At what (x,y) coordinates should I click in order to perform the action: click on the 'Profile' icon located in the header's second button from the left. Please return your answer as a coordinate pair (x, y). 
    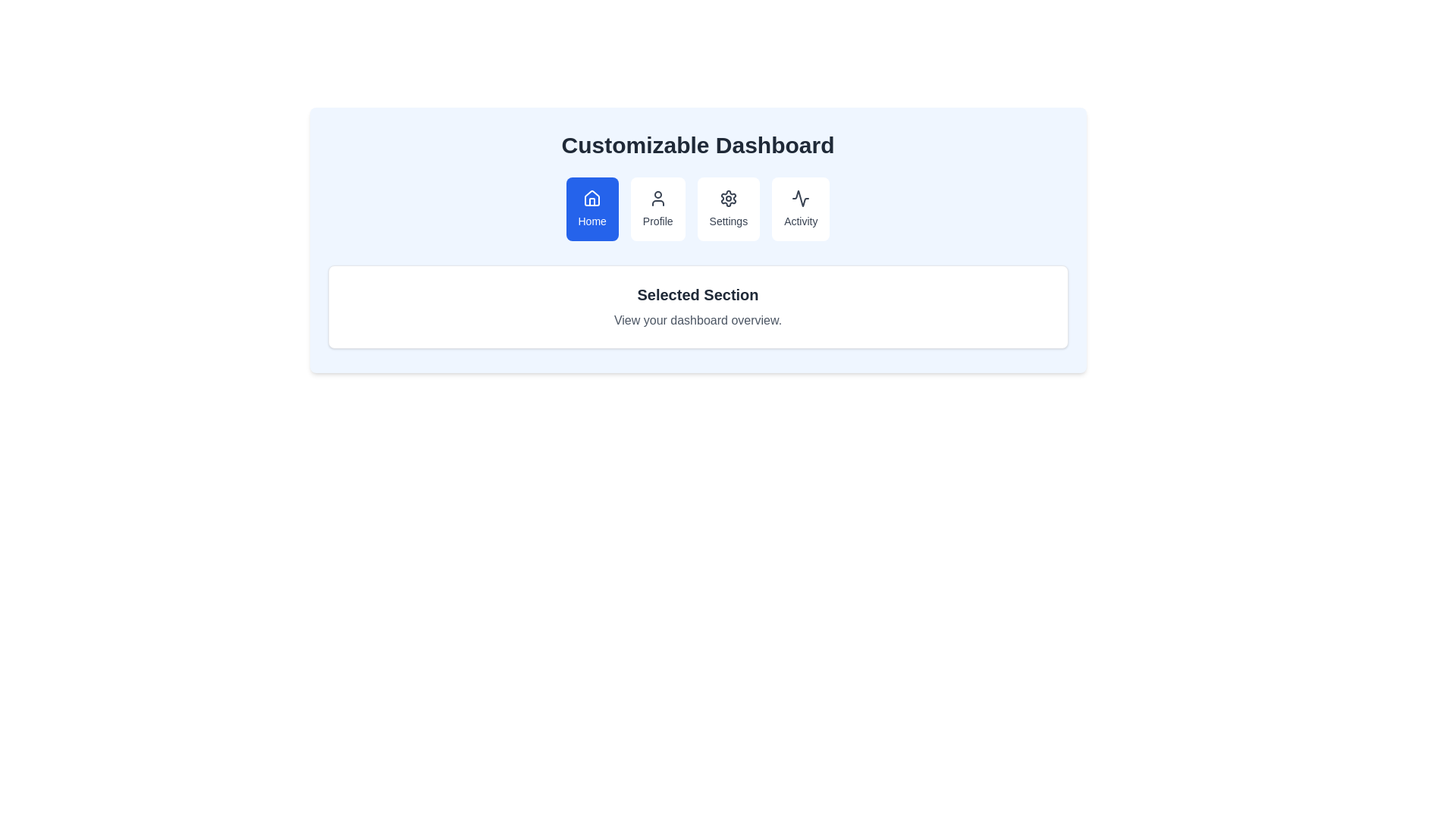
    Looking at the image, I should click on (657, 198).